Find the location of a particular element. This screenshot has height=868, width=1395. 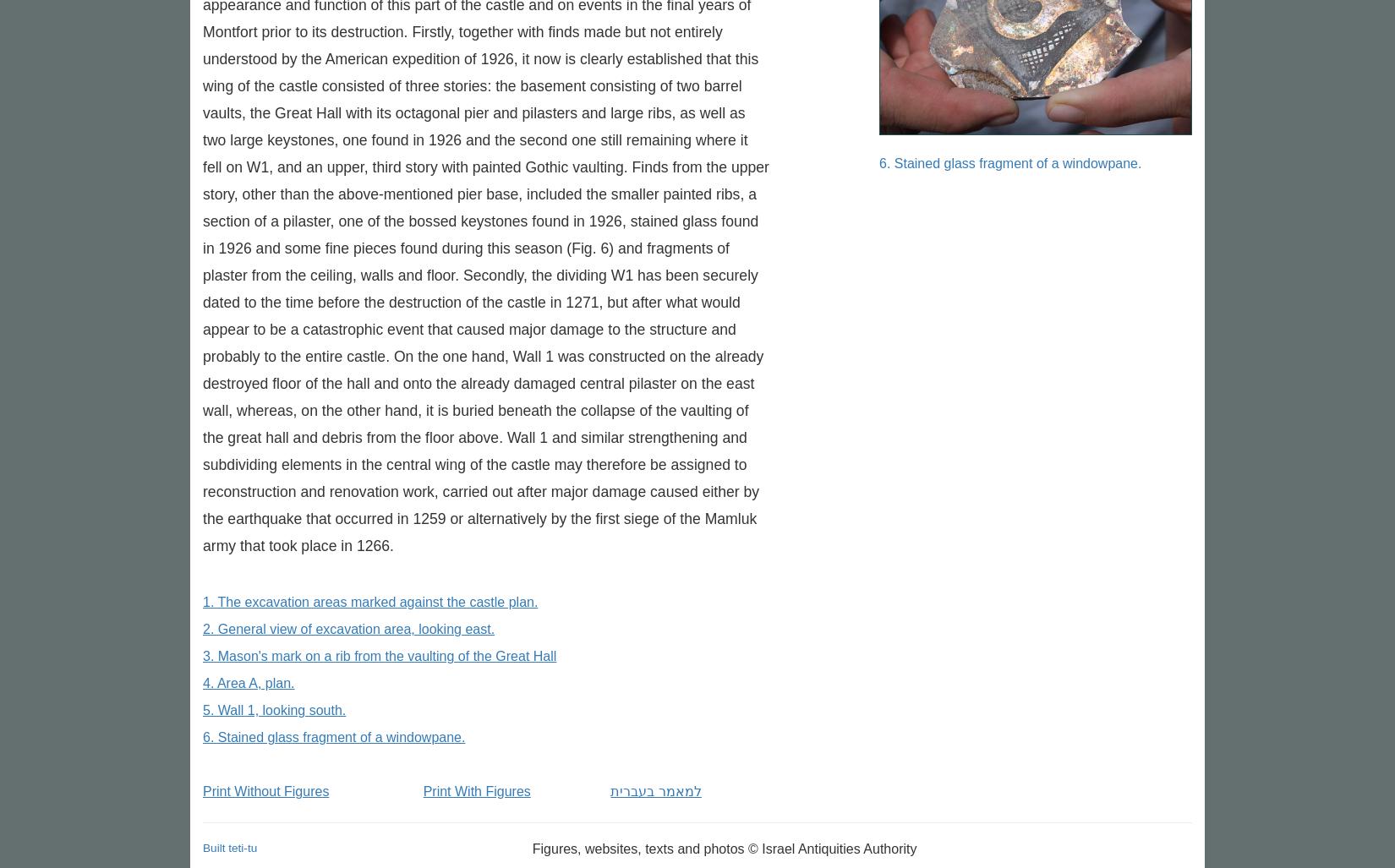

'Print Without Figures' is located at coordinates (265, 791).